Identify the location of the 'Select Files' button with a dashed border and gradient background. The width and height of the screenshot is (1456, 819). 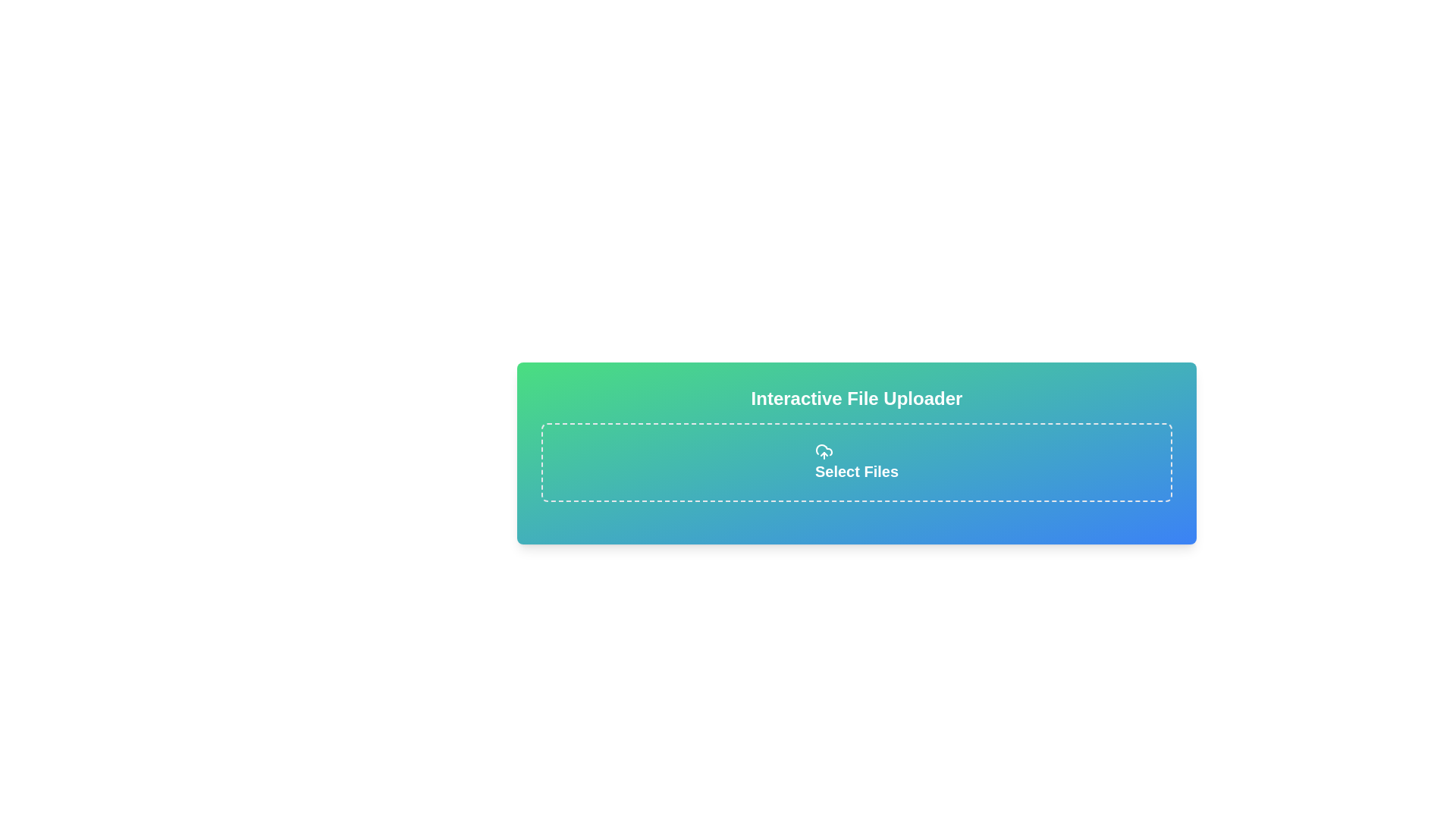
(856, 461).